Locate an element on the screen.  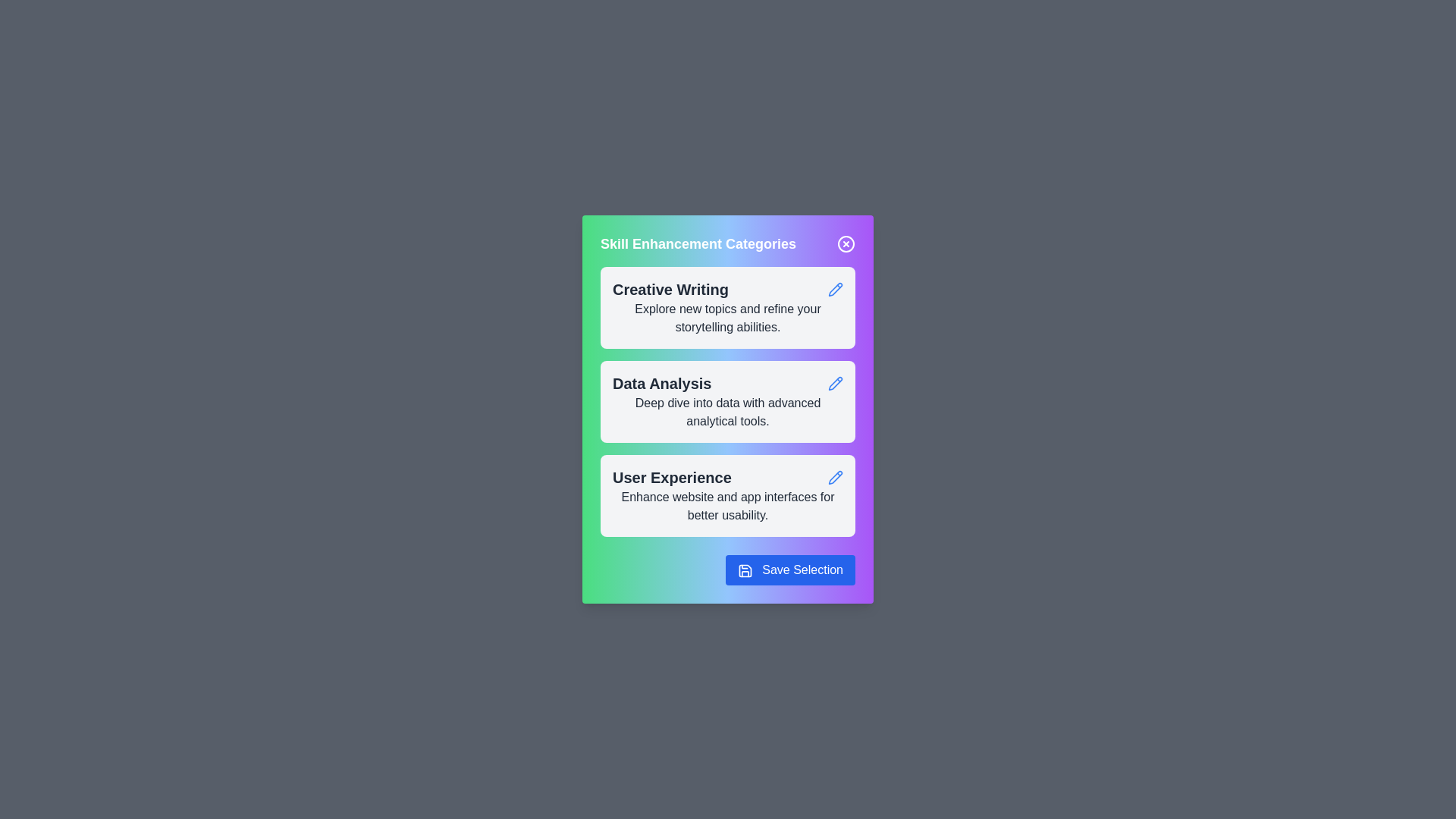
the Data Analysis card to highlight it is located at coordinates (728, 400).